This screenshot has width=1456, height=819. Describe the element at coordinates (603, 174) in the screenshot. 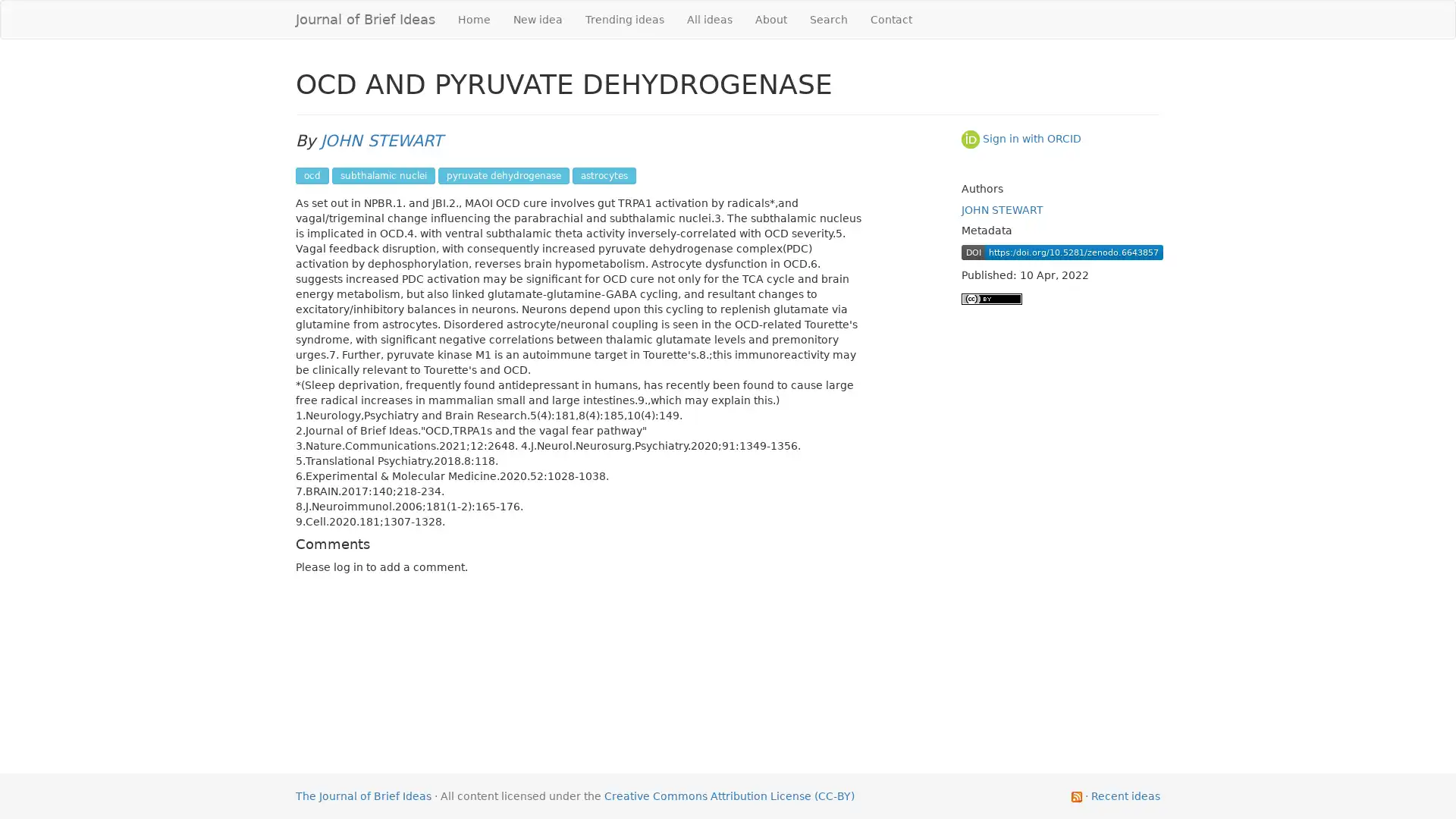

I see `astrocytes` at that location.